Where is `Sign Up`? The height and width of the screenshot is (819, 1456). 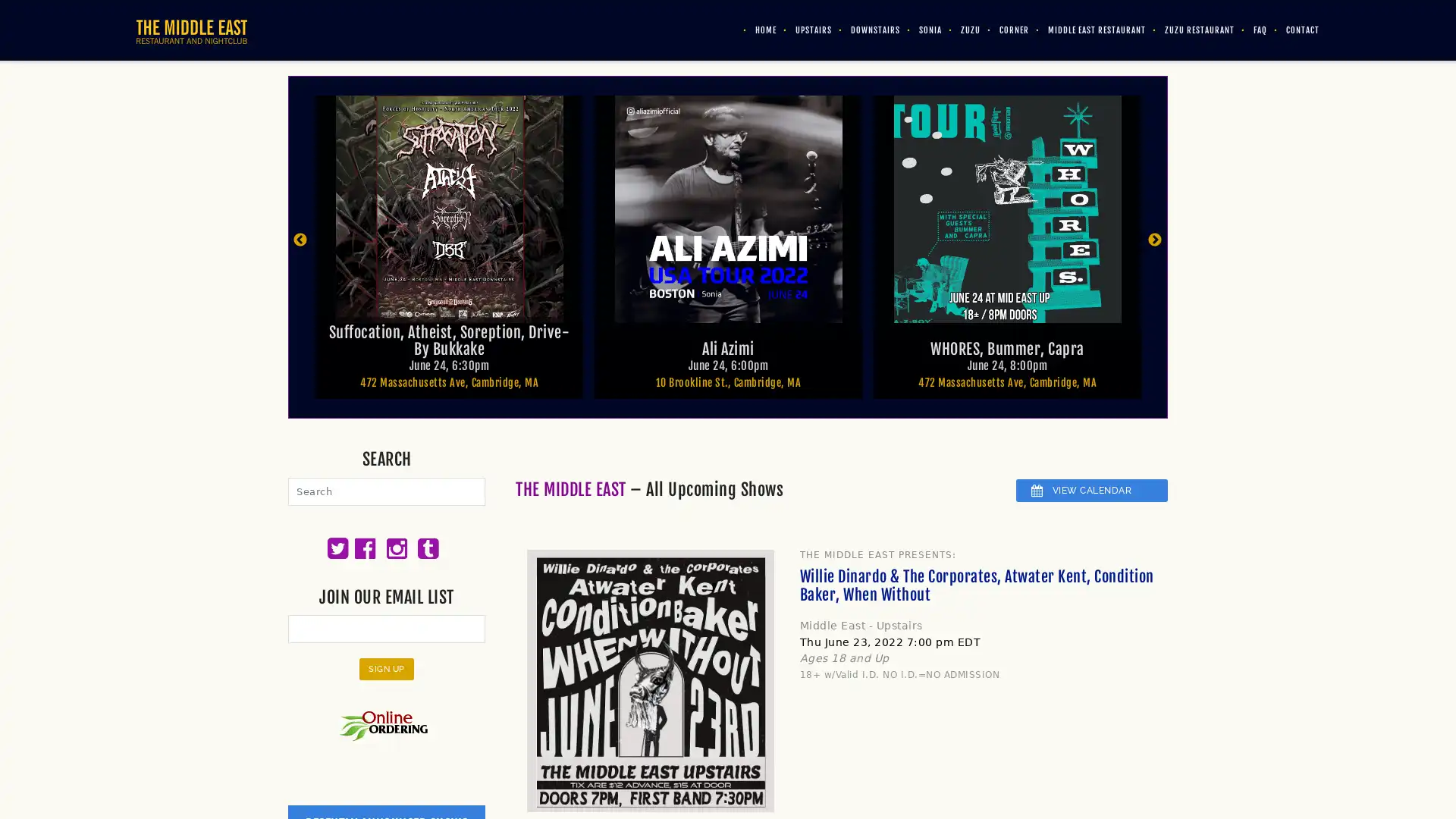
Sign Up is located at coordinates (386, 668).